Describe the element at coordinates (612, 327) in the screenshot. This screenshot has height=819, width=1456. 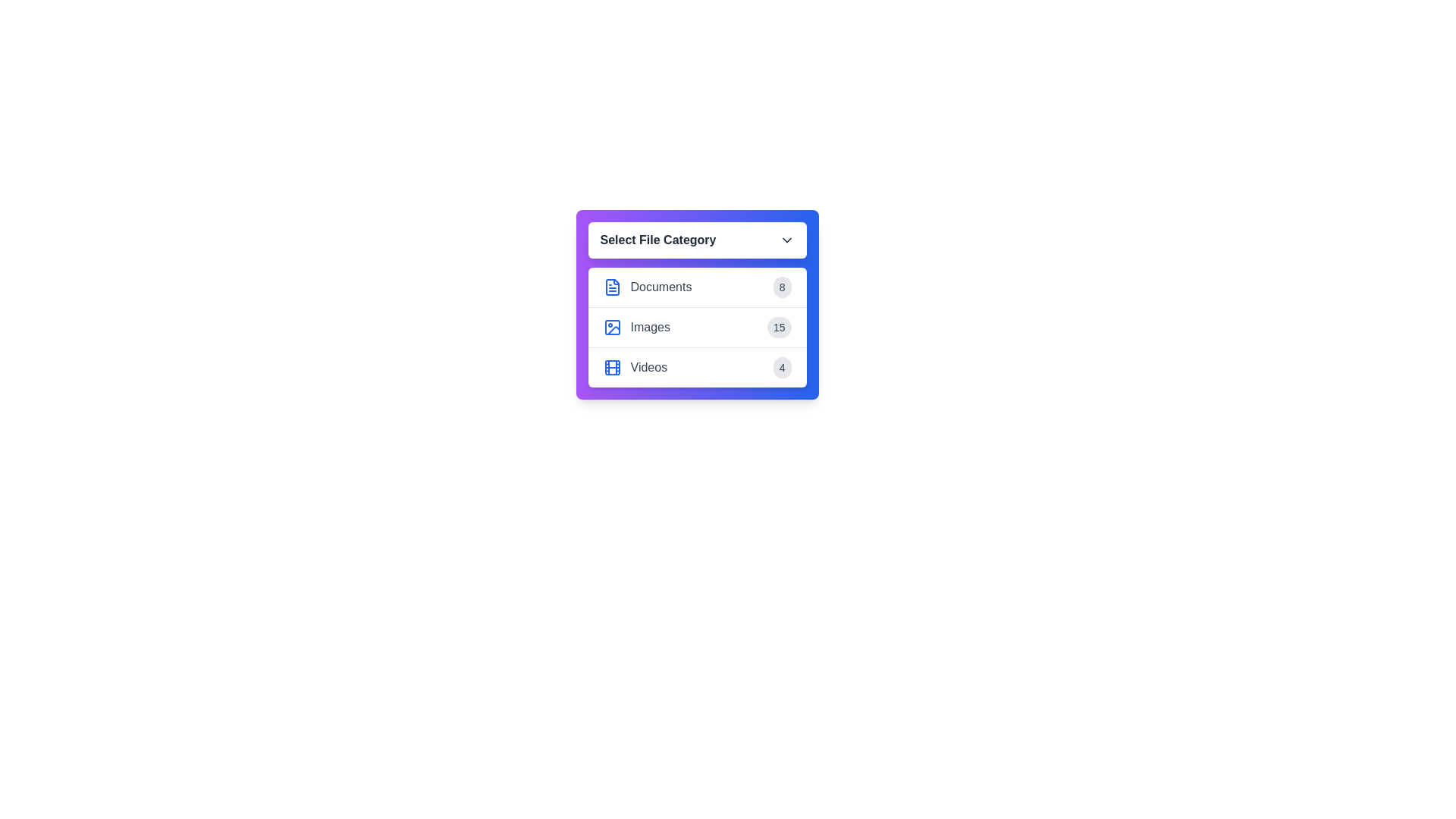
I see `the 'Images' category icon located to the left of the text 'Images' in the second entry of the dropdown menu` at that location.